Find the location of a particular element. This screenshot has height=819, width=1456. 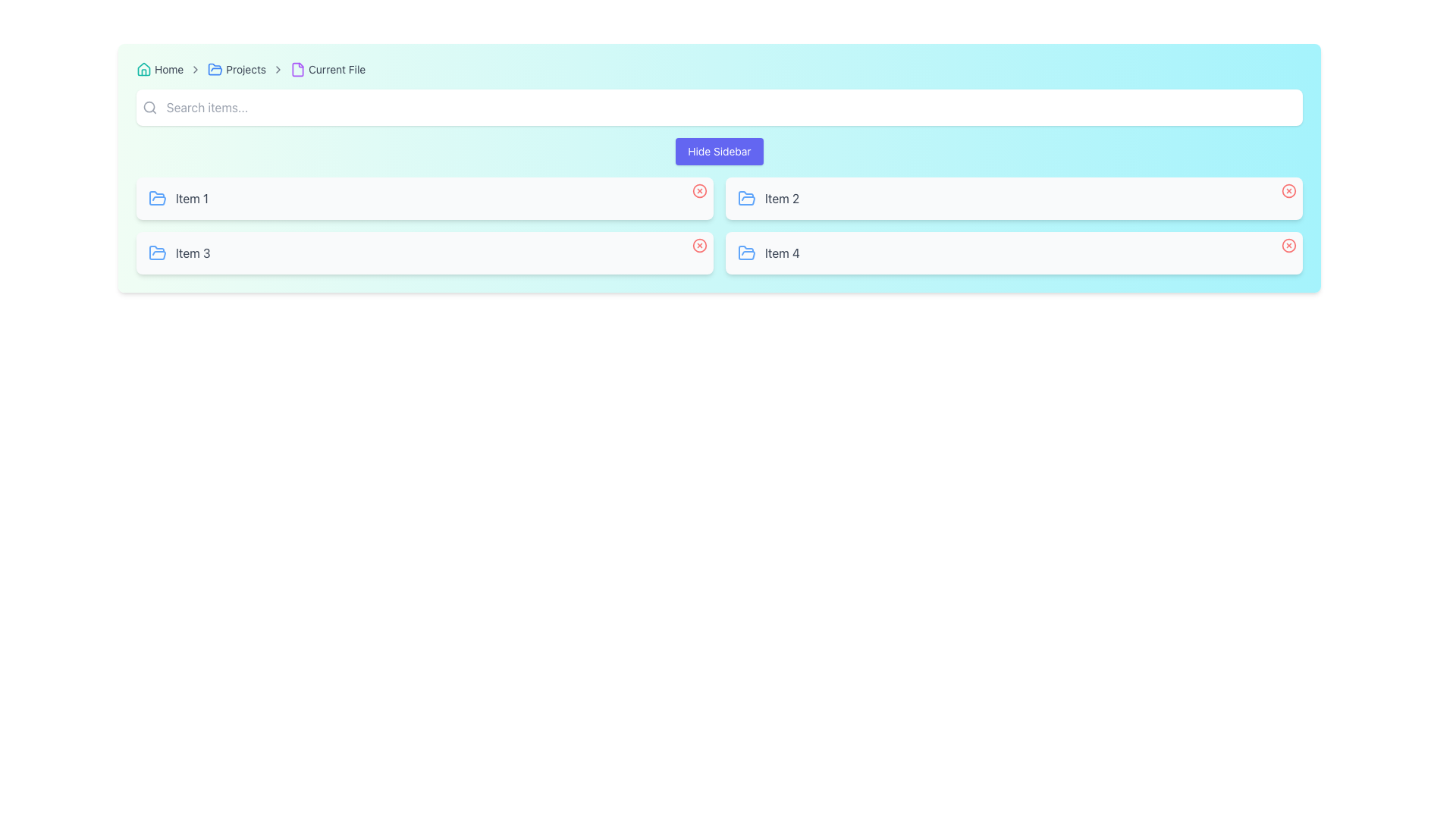

the Chevron icon in the breadcrumb navigation bar that separates the 'Home' and 'Projects' links is located at coordinates (195, 70).